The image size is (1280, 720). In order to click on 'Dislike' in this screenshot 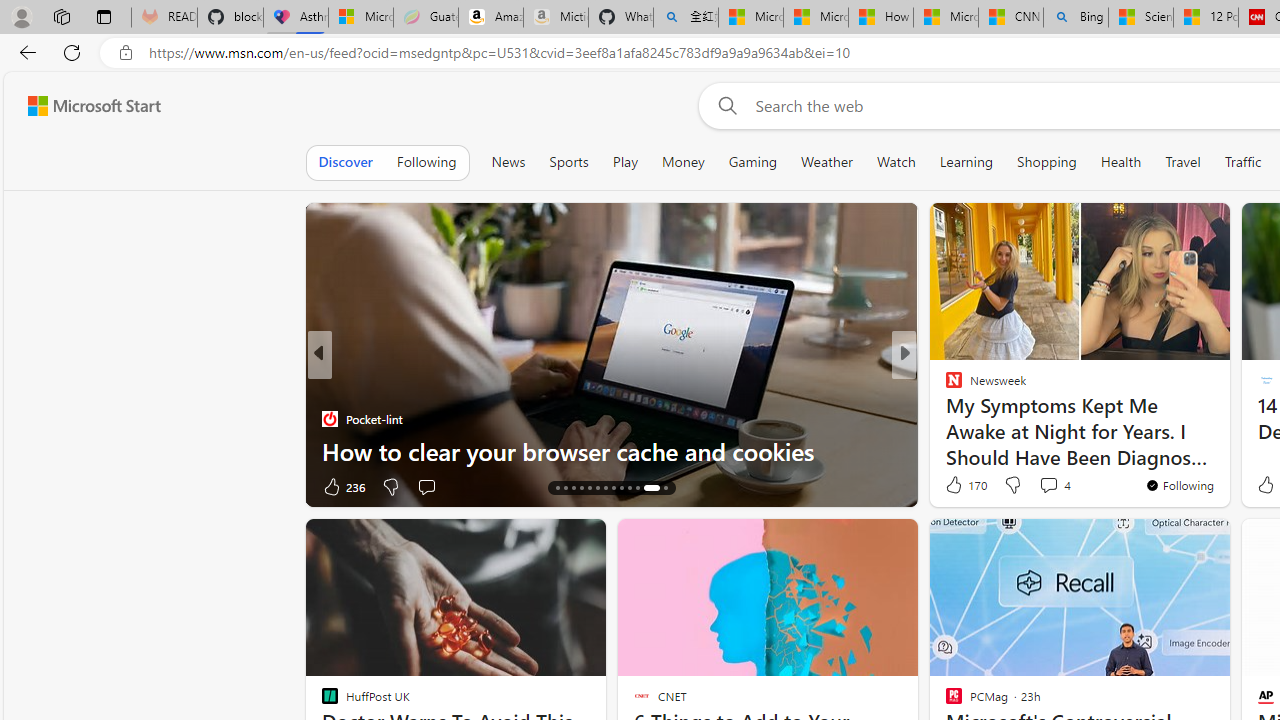, I will do `click(1012, 484)`.